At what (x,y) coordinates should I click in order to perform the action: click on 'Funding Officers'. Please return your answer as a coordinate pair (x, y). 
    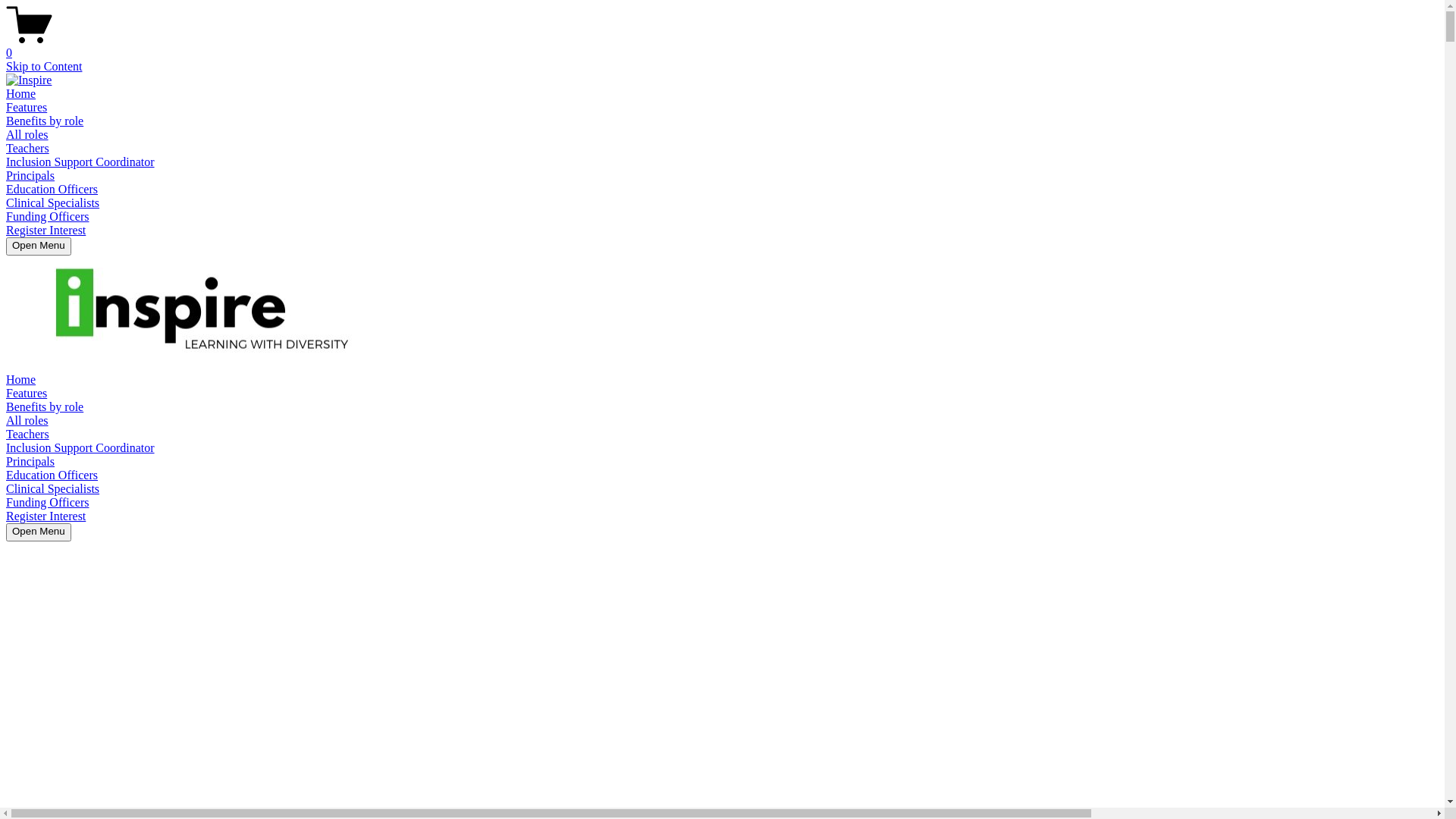
    Looking at the image, I should click on (47, 502).